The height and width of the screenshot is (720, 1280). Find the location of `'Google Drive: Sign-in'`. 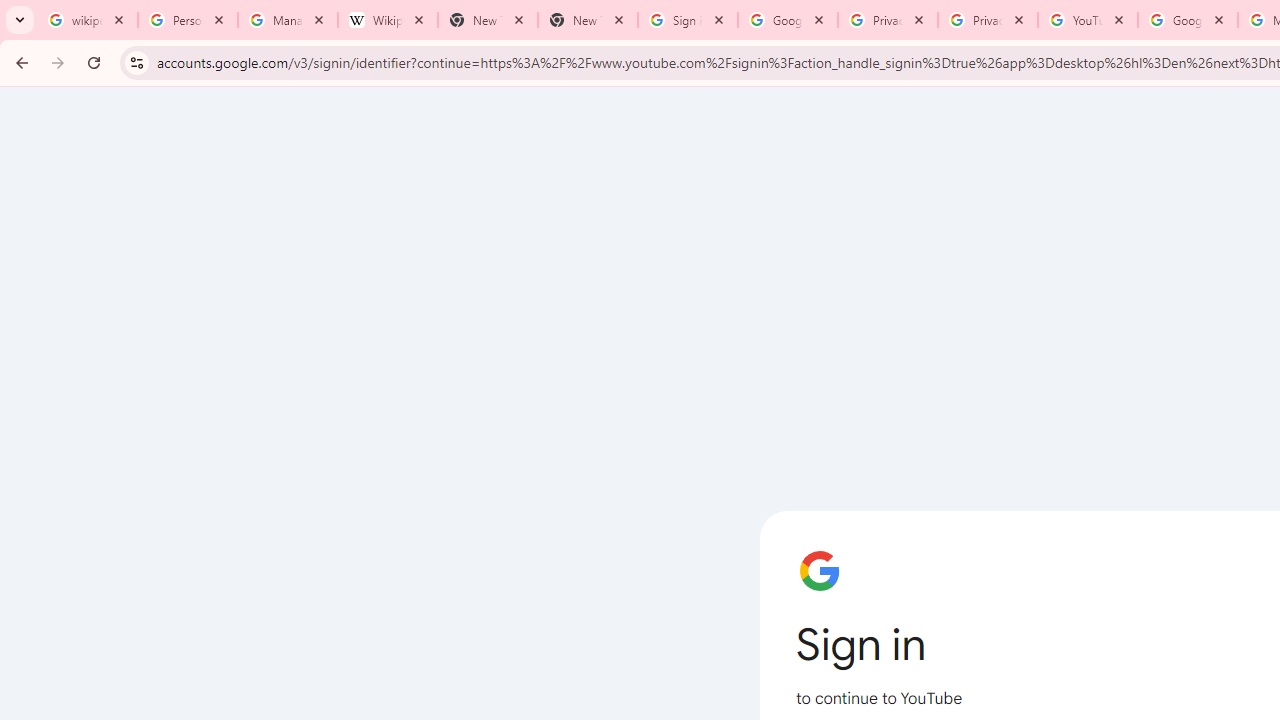

'Google Drive: Sign-in' is located at coordinates (787, 20).